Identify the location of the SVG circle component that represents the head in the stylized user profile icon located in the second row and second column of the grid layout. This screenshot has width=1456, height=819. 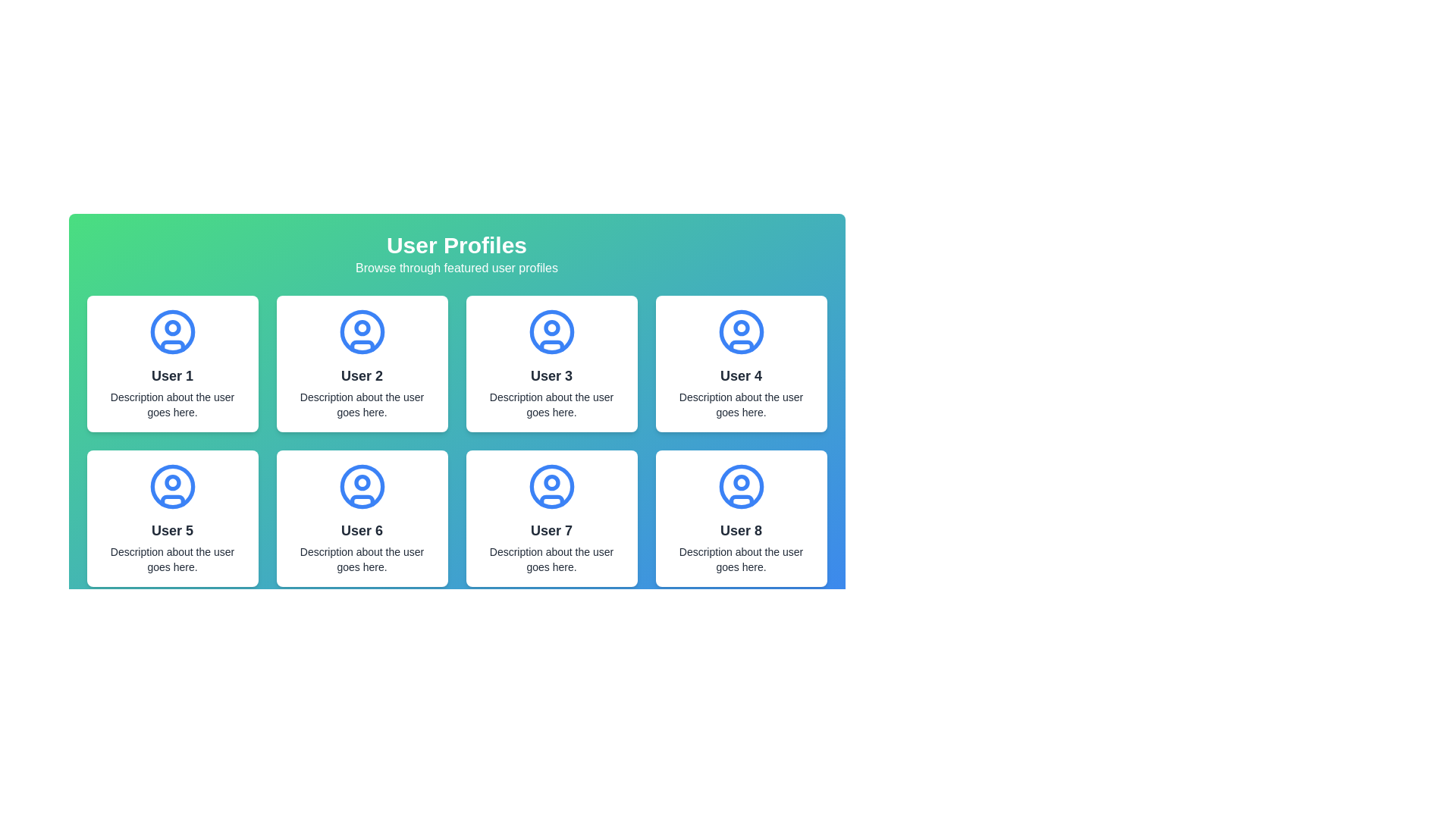
(361, 486).